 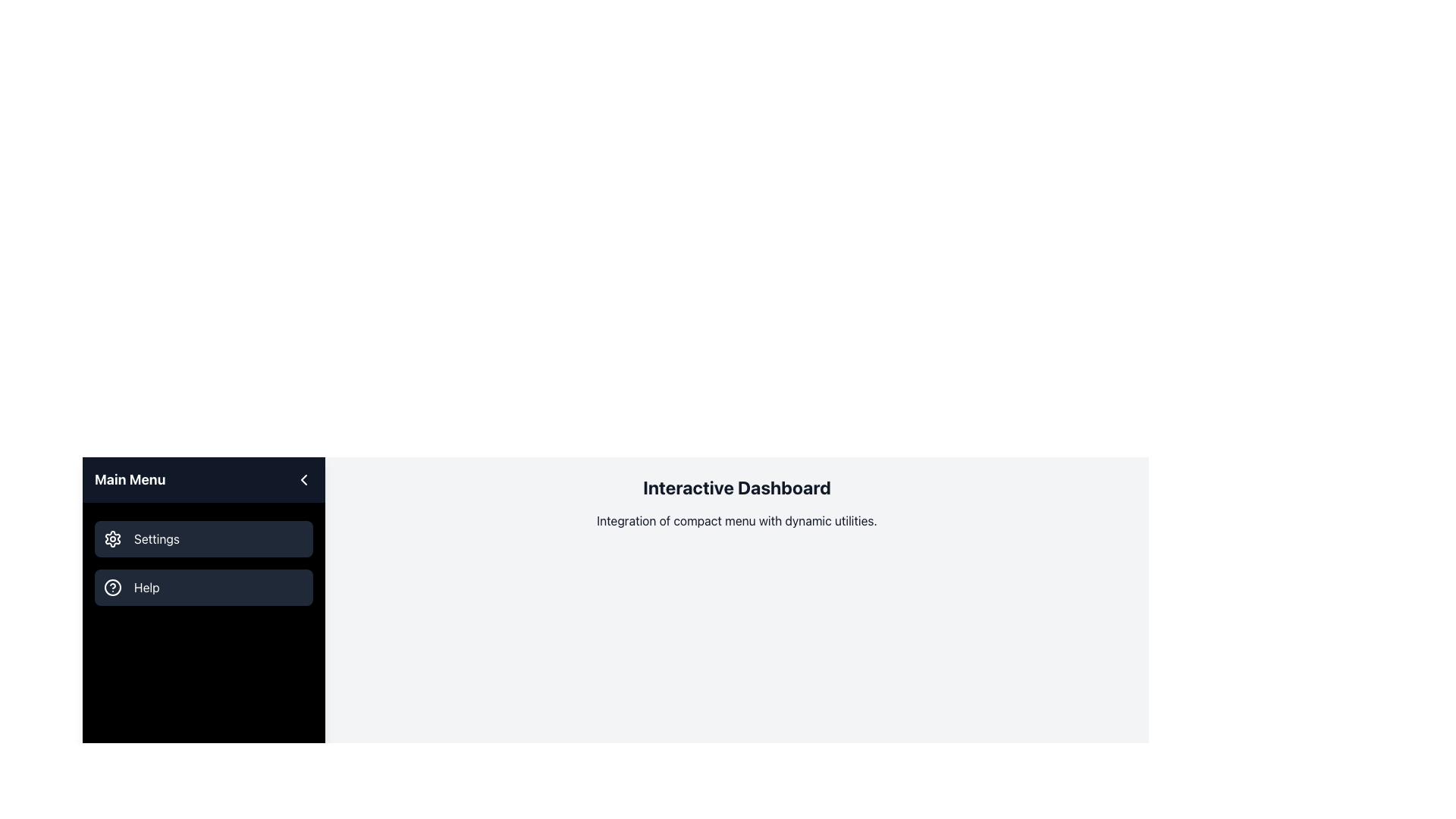 What do you see at coordinates (111, 538) in the screenshot?
I see `the gear icon representing the 'Settings' option in the Main Menu sidebar navigation` at bounding box center [111, 538].